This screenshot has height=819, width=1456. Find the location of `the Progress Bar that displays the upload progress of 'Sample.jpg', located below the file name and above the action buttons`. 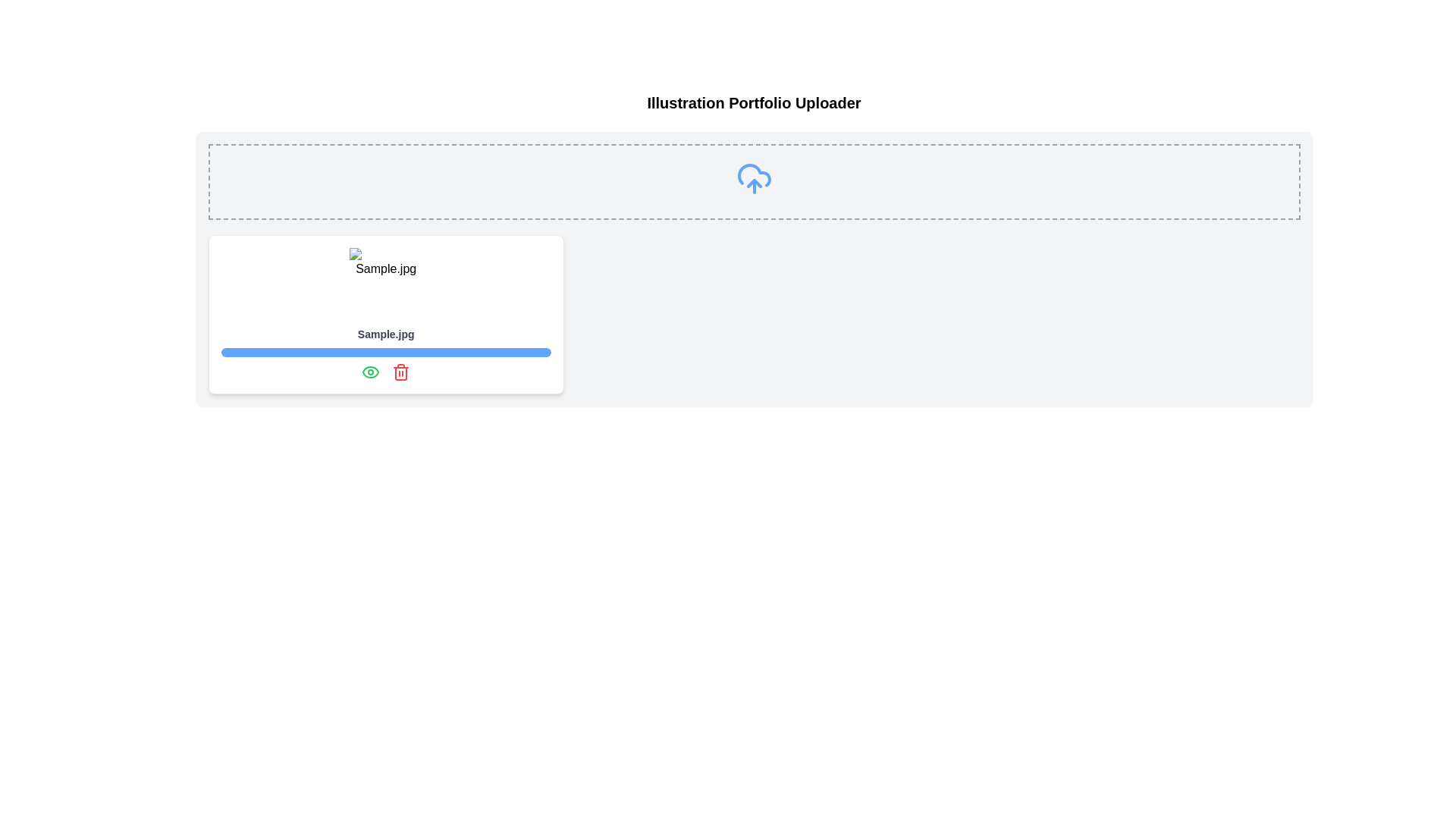

the Progress Bar that displays the upload progress of 'Sample.jpg', located below the file name and above the action buttons is located at coordinates (386, 353).